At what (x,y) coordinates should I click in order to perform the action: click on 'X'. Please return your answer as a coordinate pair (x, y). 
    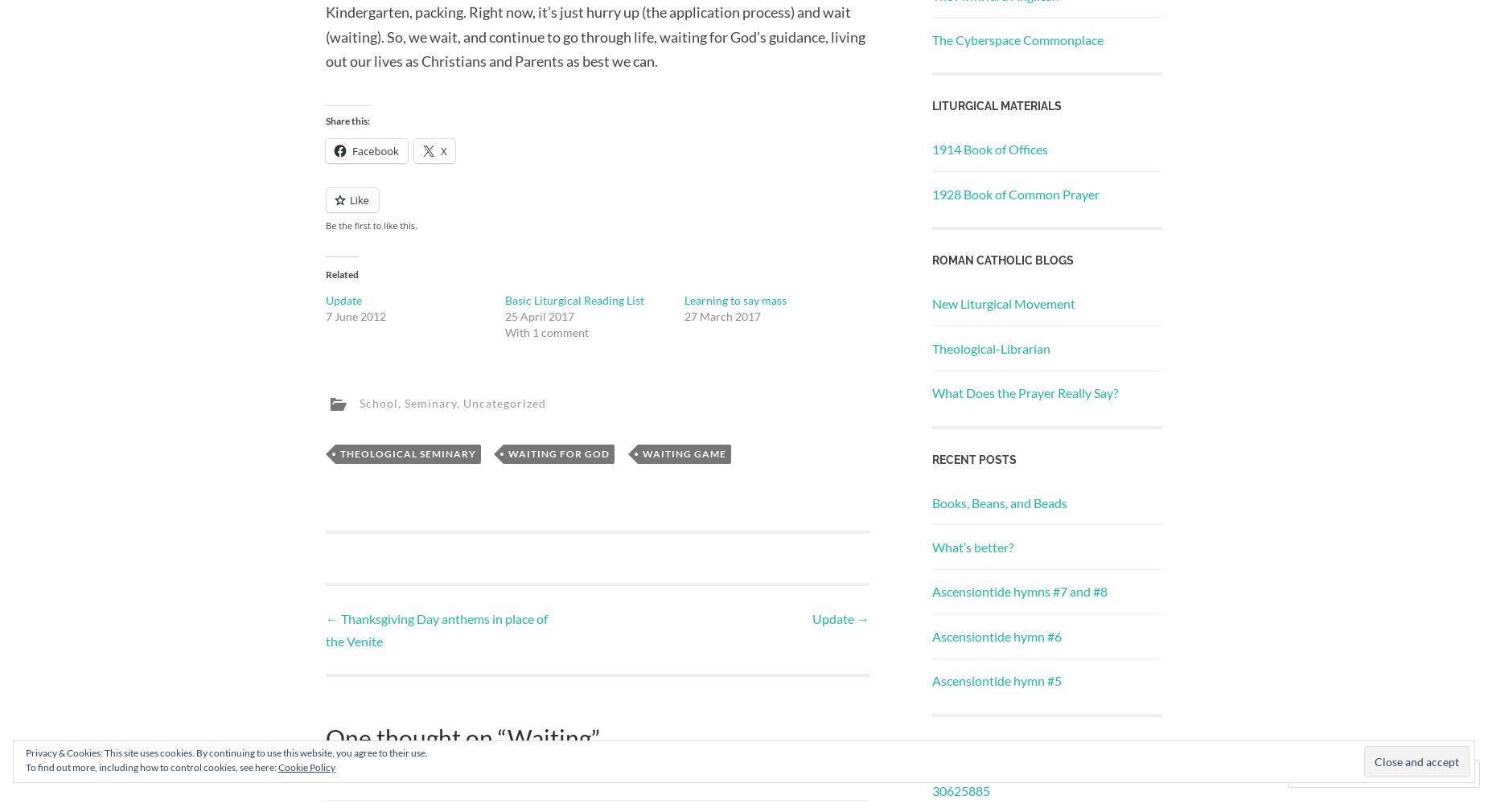
    Looking at the image, I should click on (442, 149).